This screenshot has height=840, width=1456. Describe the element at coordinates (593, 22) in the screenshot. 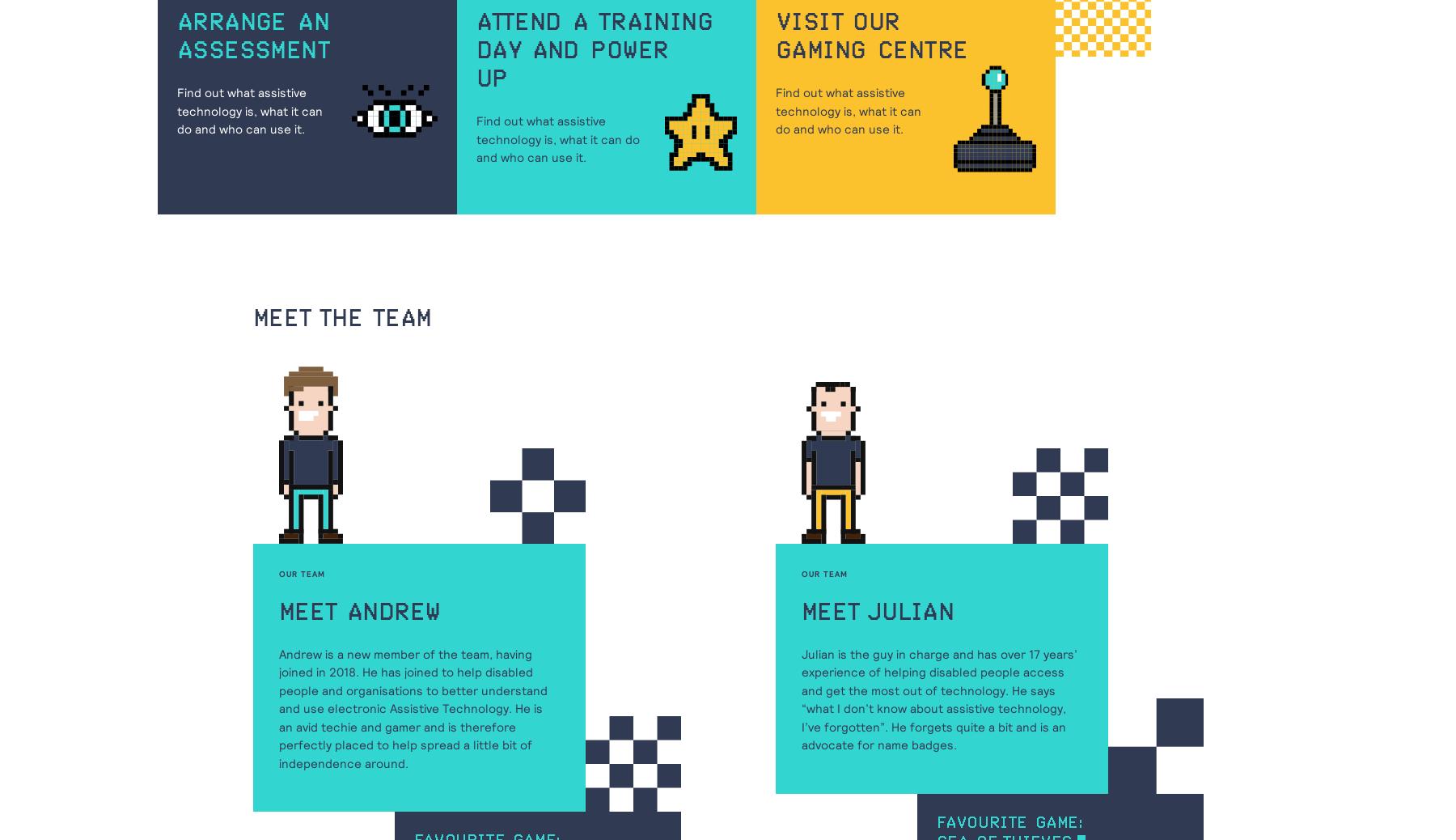

I see `'Attend a training'` at that location.